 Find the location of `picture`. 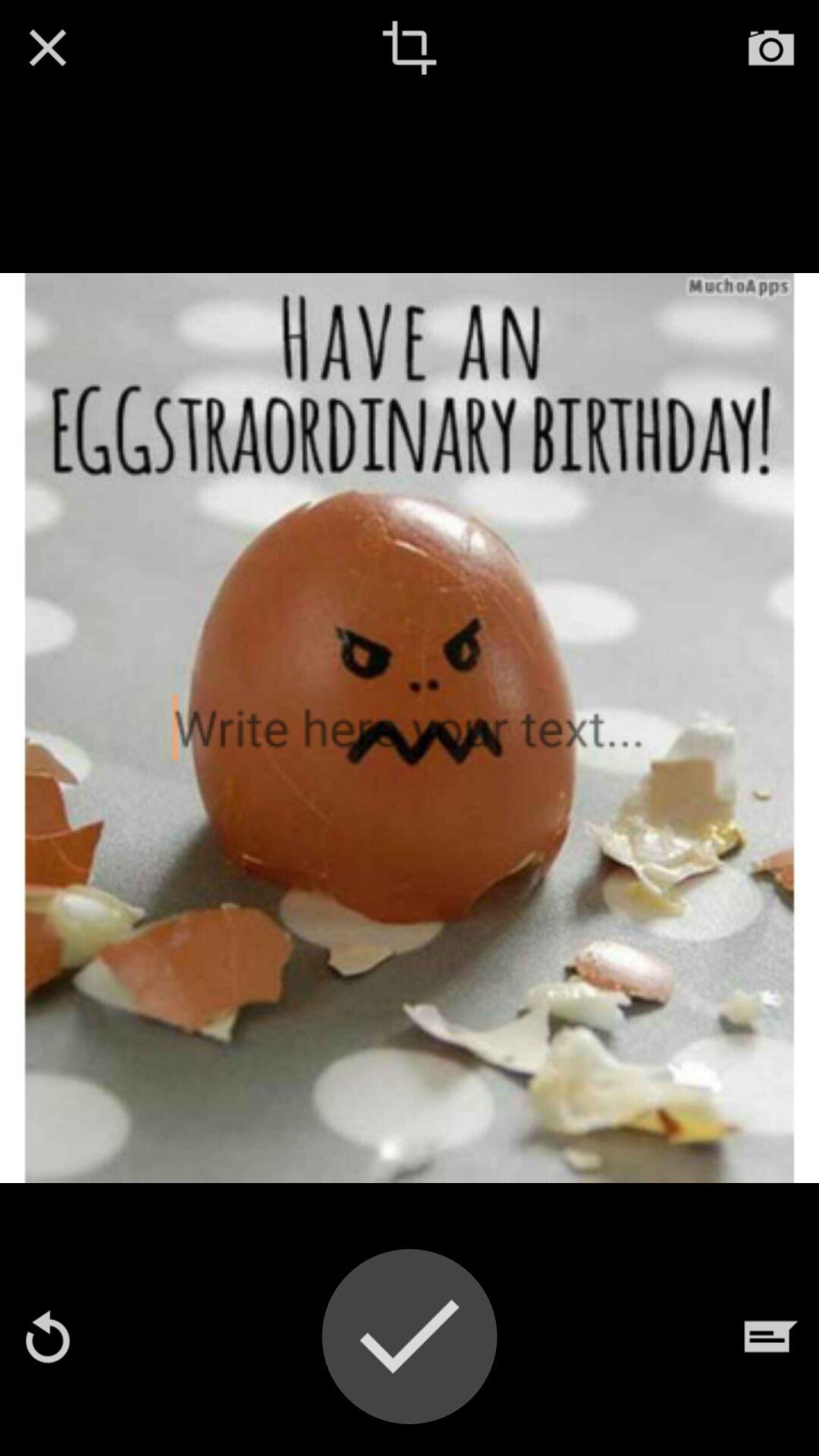

picture is located at coordinates (409, 1336).